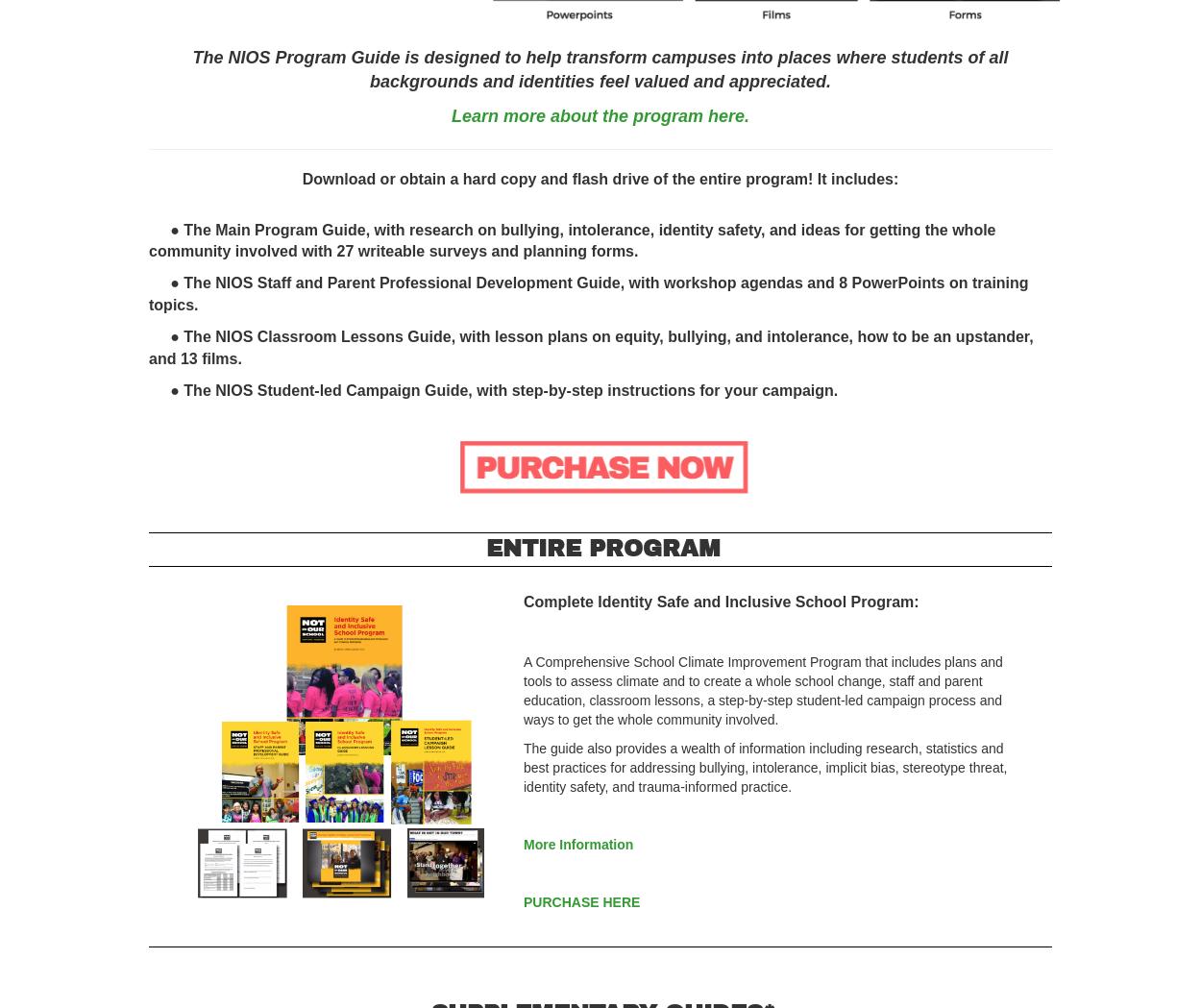 Image resolution: width=1201 pixels, height=1008 pixels. What do you see at coordinates (721, 602) in the screenshot?
I see `'Complete Identity Safe and Inclusive School Program:'` at bounding box center [721, 602].